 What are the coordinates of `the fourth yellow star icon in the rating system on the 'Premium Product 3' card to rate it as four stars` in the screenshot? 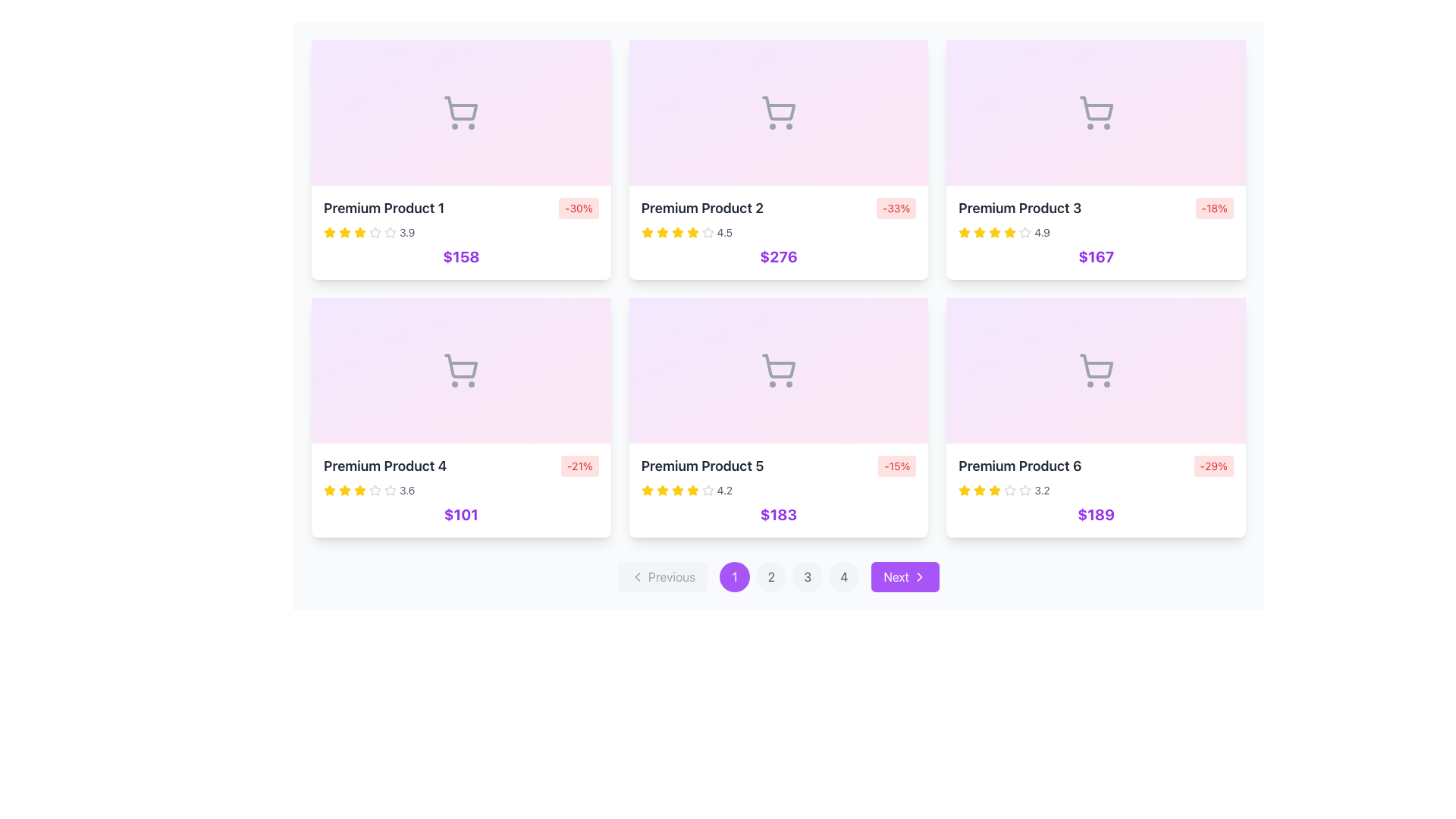 It's located at (995, 232).